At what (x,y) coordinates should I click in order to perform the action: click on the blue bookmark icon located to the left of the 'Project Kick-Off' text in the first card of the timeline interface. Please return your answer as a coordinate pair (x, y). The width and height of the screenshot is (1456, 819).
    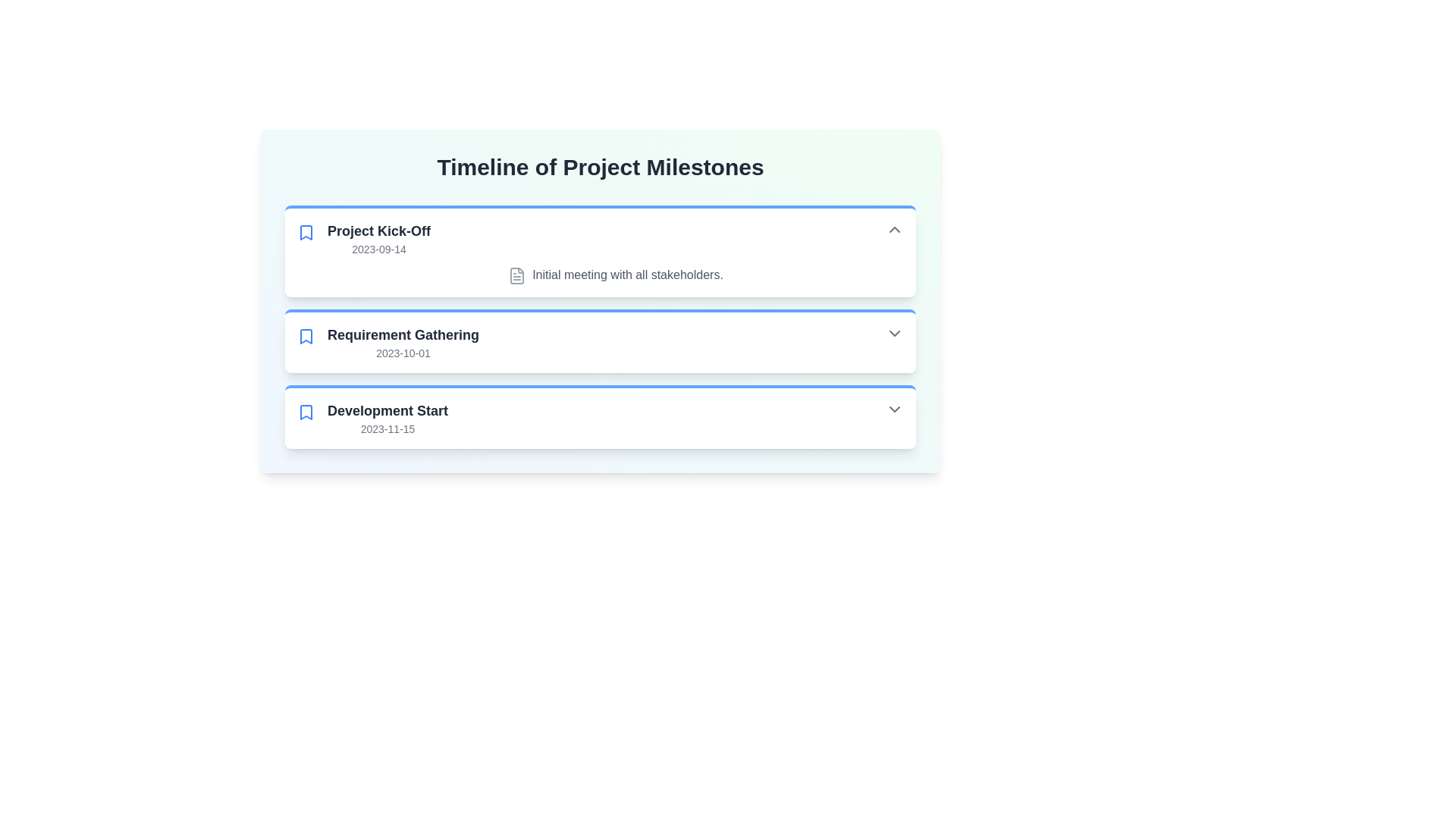
    Looking at the image, I should click on (305, 233).